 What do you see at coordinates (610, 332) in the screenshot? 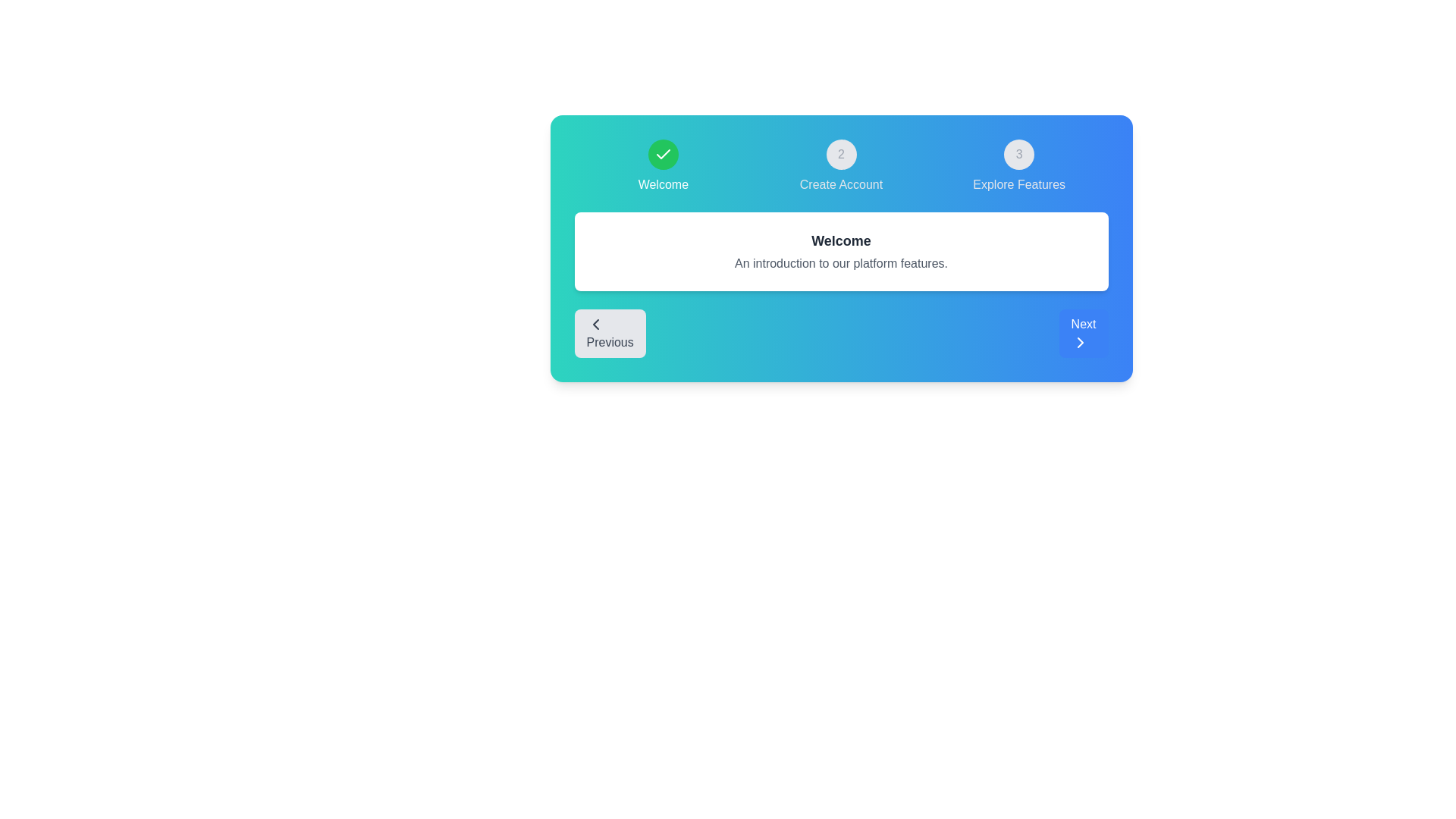
I see `Previous button to navigate to the Previous step` at bounding box center [610, 332].